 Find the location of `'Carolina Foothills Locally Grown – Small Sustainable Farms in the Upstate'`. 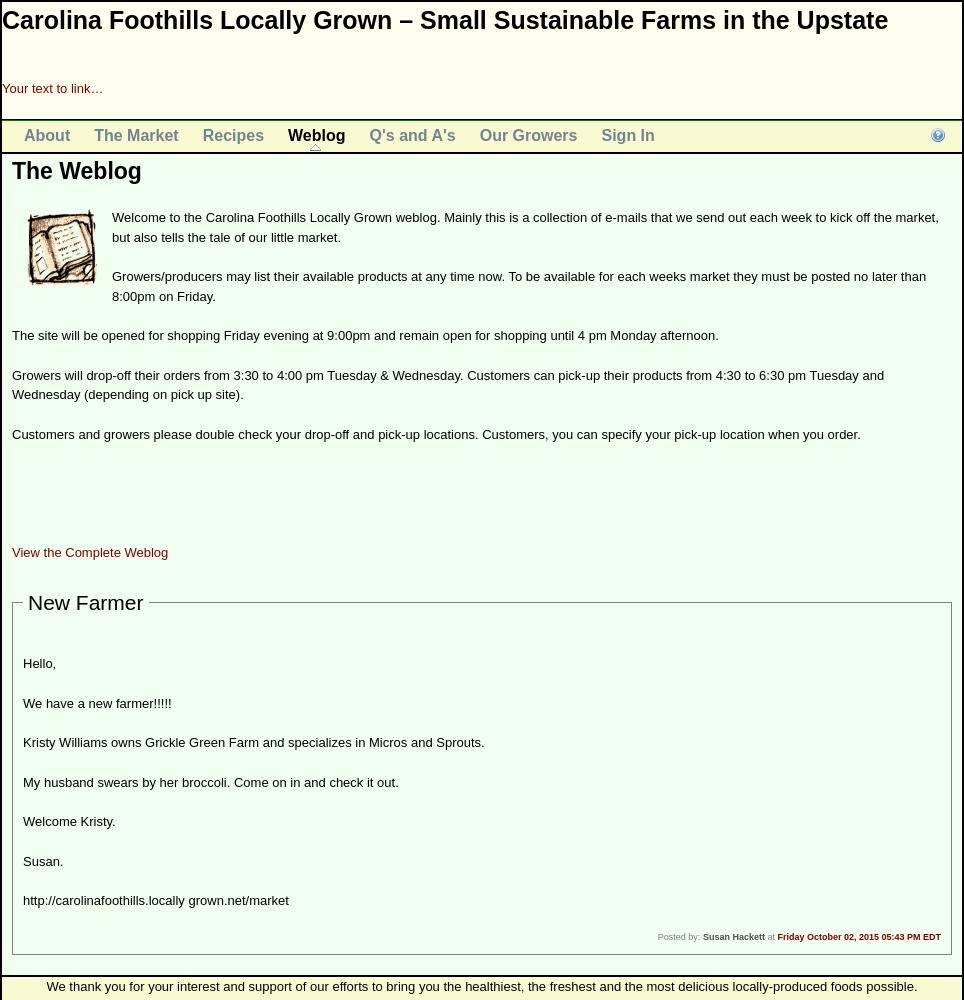

'Carolina Foothills Locally Grown – Small Sustainable Farms in the Upstate' is located at coordinates (444, 20).